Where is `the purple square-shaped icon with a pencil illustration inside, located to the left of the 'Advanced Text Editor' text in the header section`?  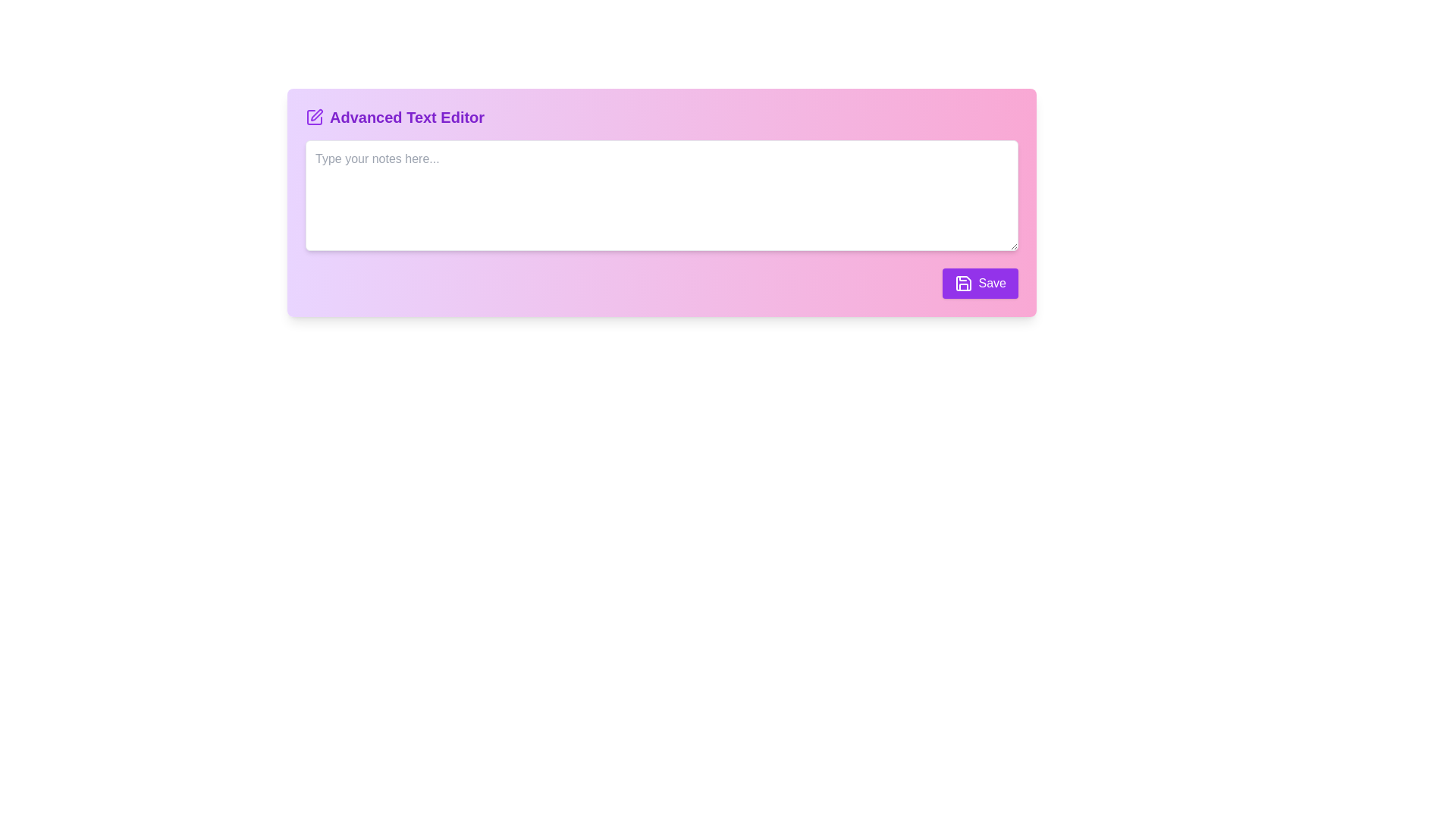 the purple square-shaped icon with a pencil illustration inside, located to the left of the 'Advanced Text Editor' text in the header section is located at coordinates (313, 116).